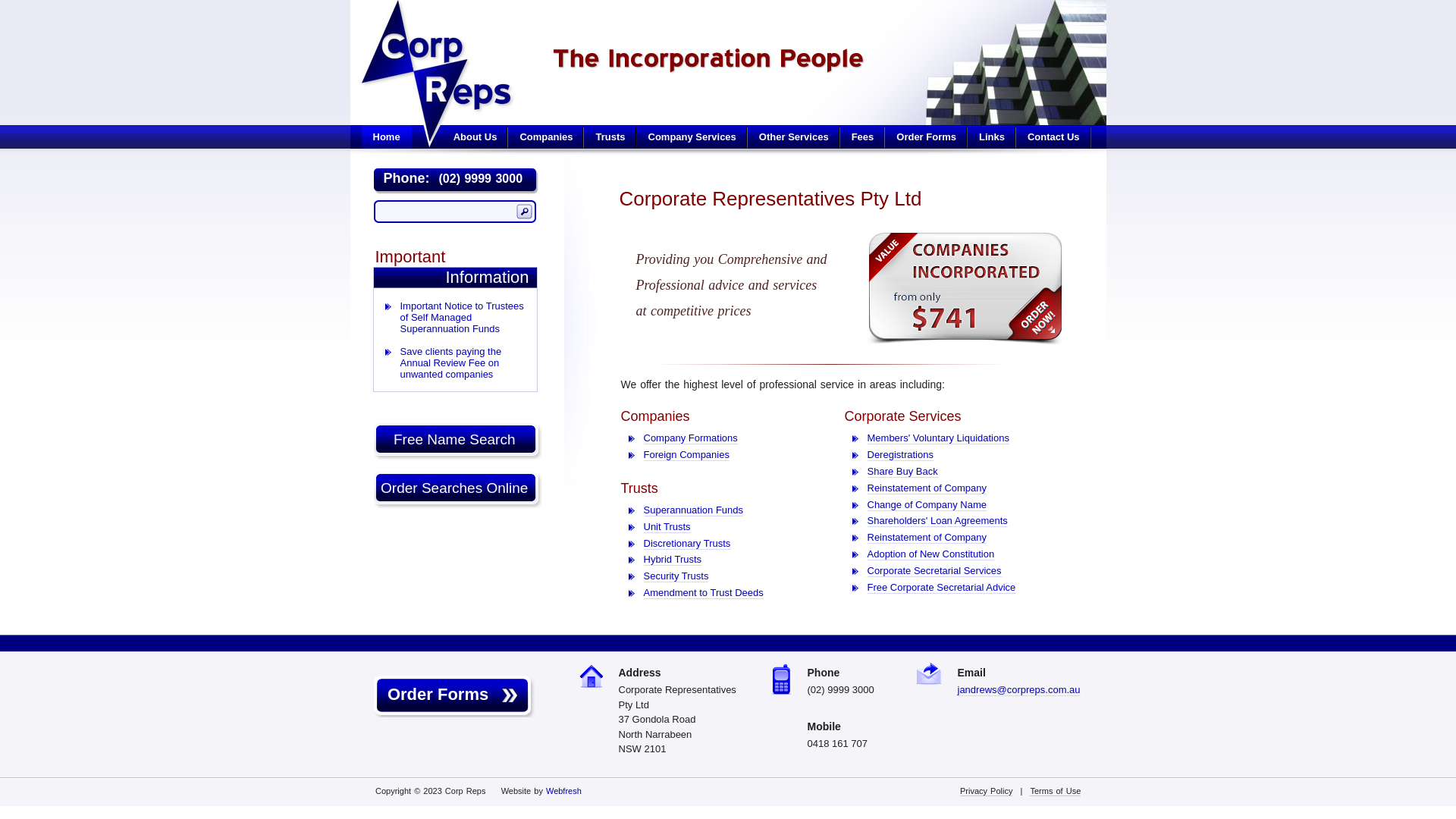  Describe the element at coordinates (450, 695) in the screenshot. I see `'    Order Forms'` at that location.